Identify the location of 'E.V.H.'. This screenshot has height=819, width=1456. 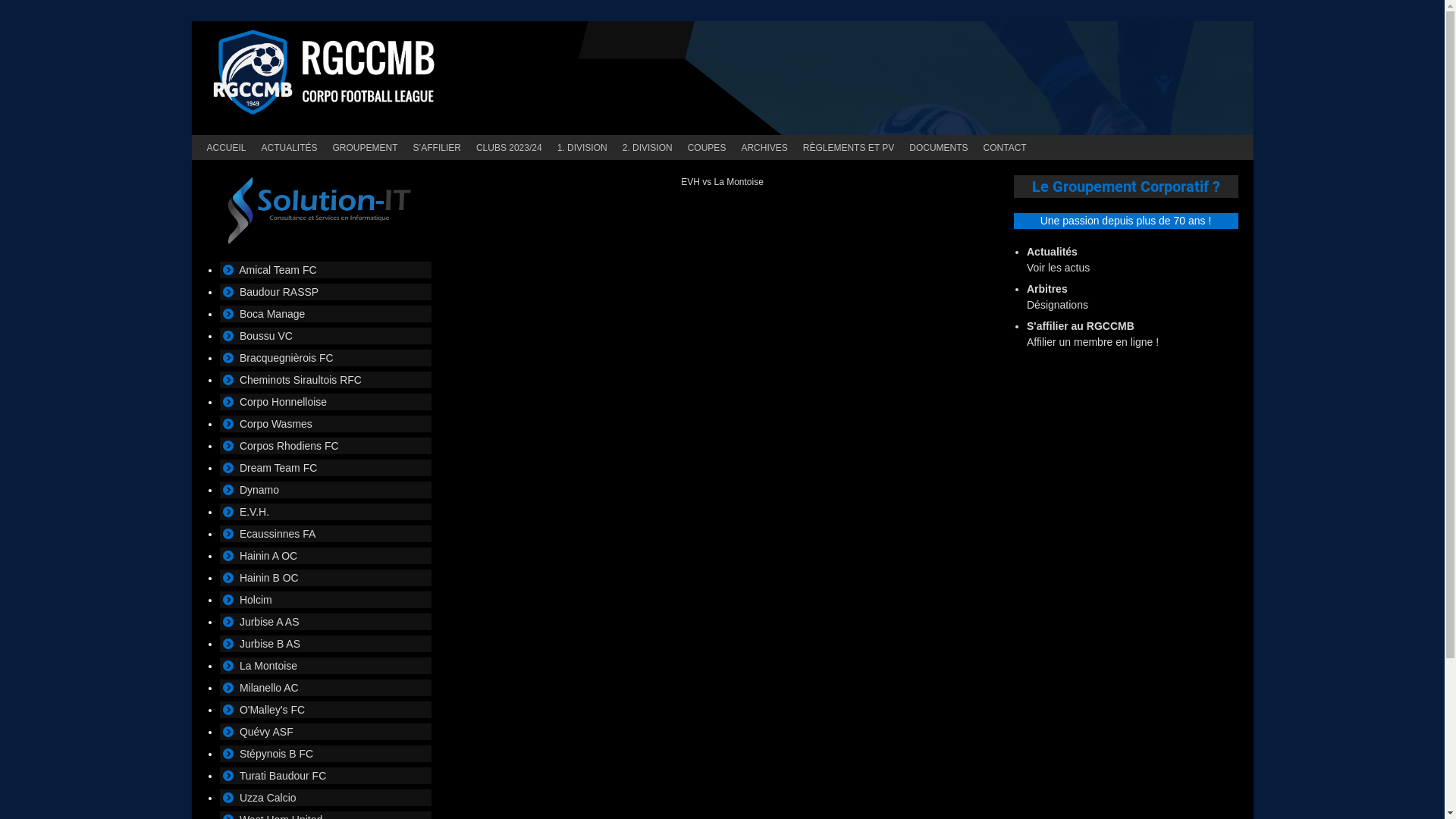
(254, 512).